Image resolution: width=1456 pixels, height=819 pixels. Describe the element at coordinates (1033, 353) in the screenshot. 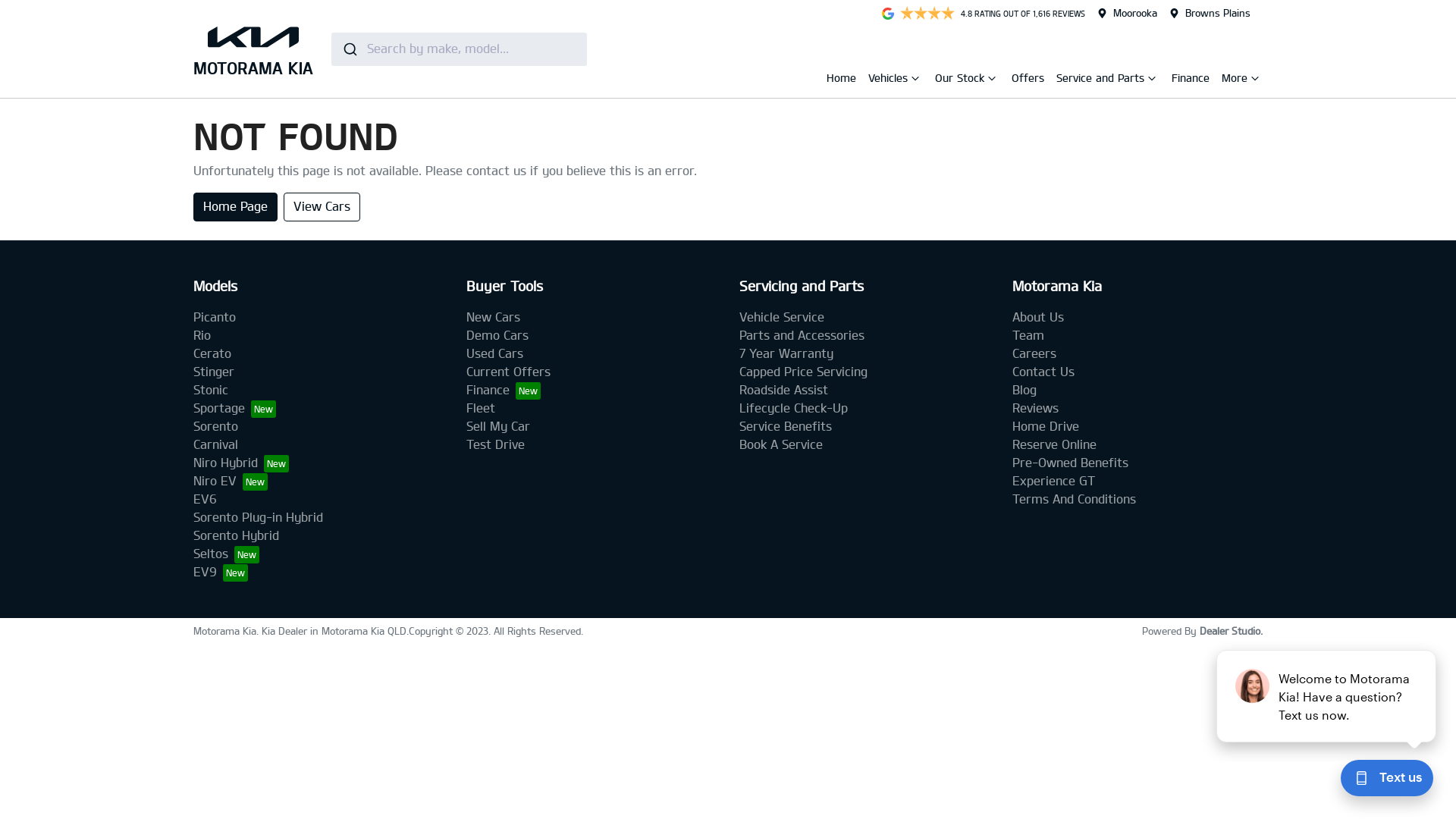

I see `'Careers'` at that location.